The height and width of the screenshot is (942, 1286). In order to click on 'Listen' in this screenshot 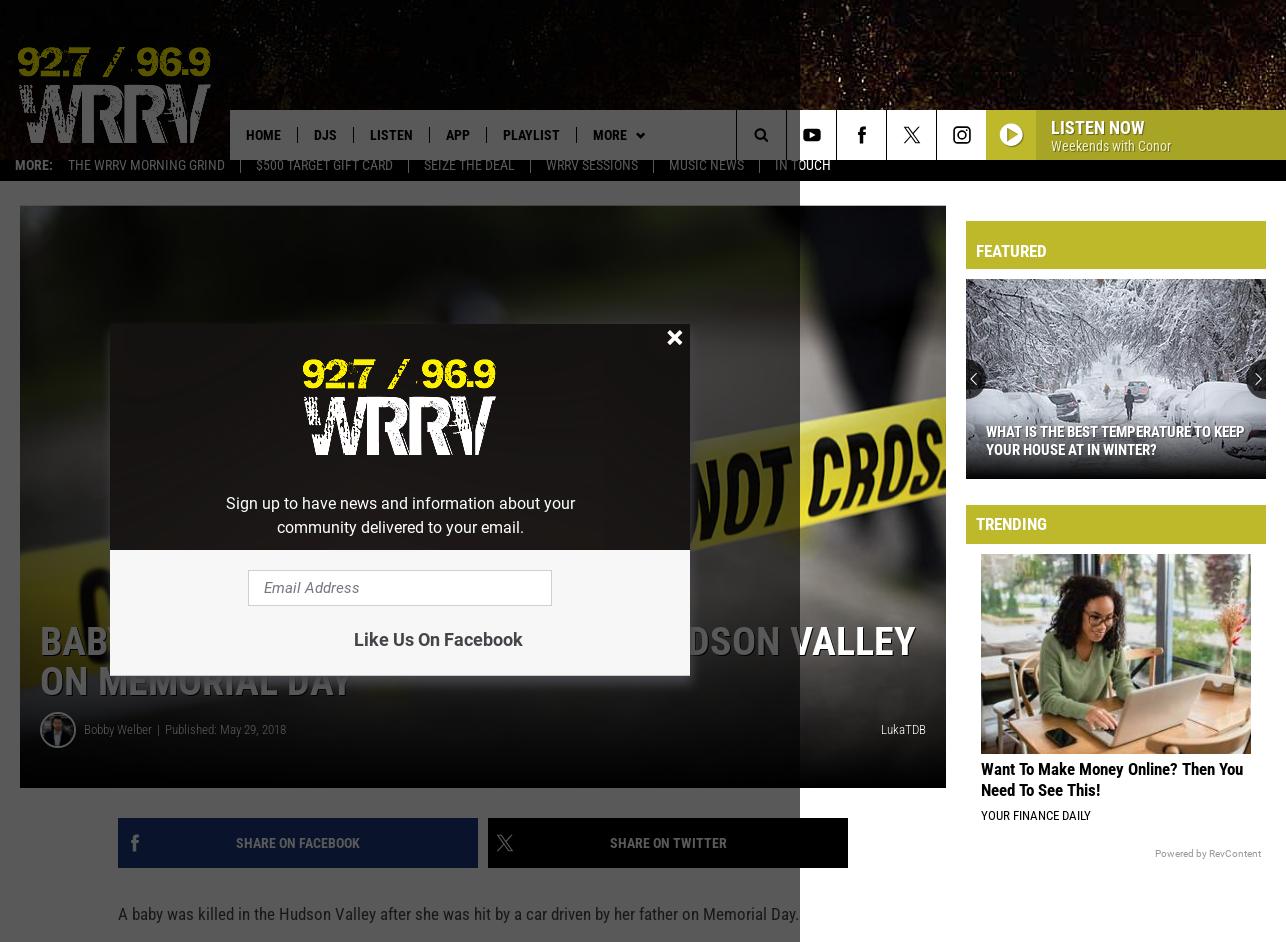, I will do `click(390, 134)`.